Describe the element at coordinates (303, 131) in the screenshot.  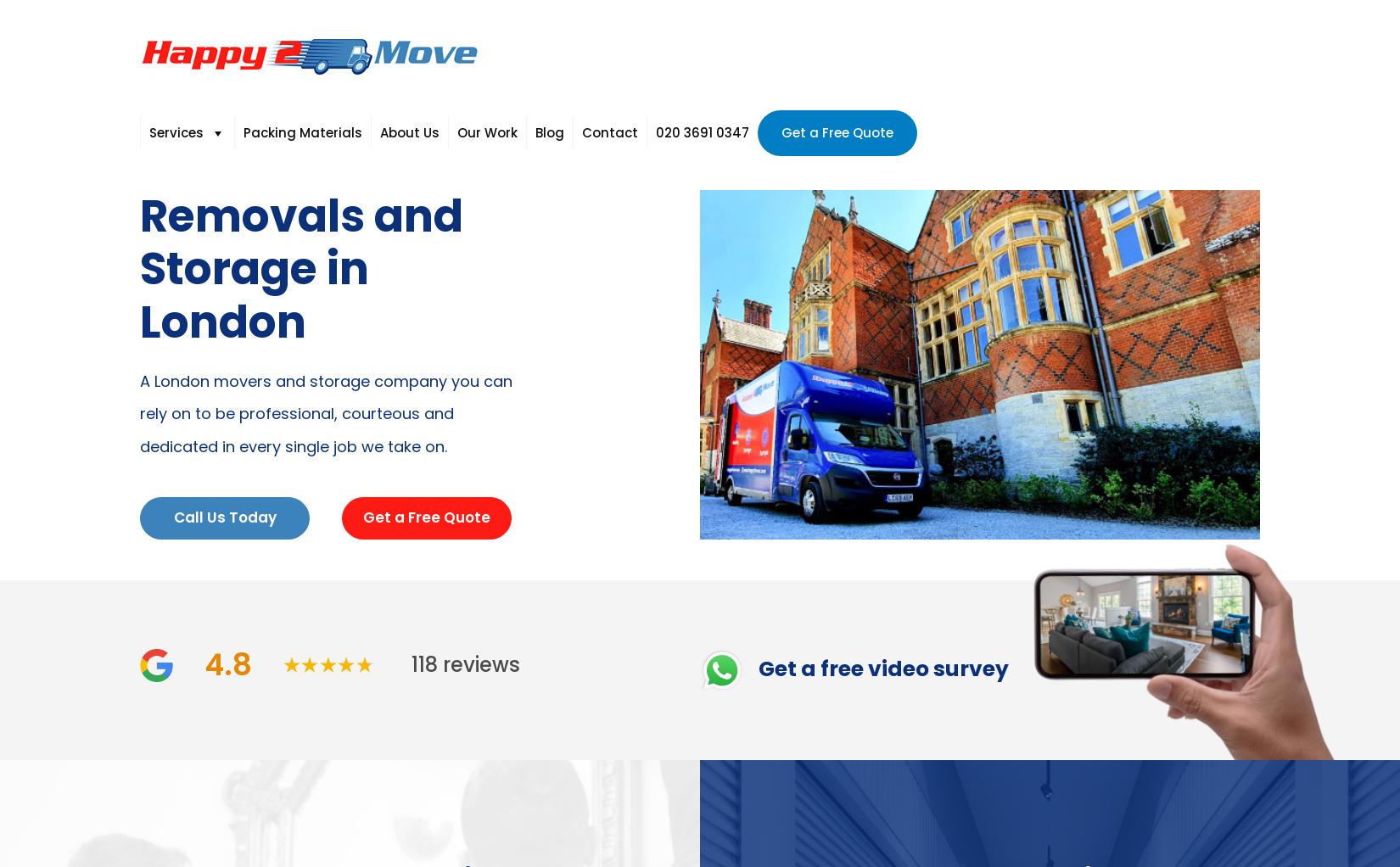
I see `'Packing Materials'` at that location.